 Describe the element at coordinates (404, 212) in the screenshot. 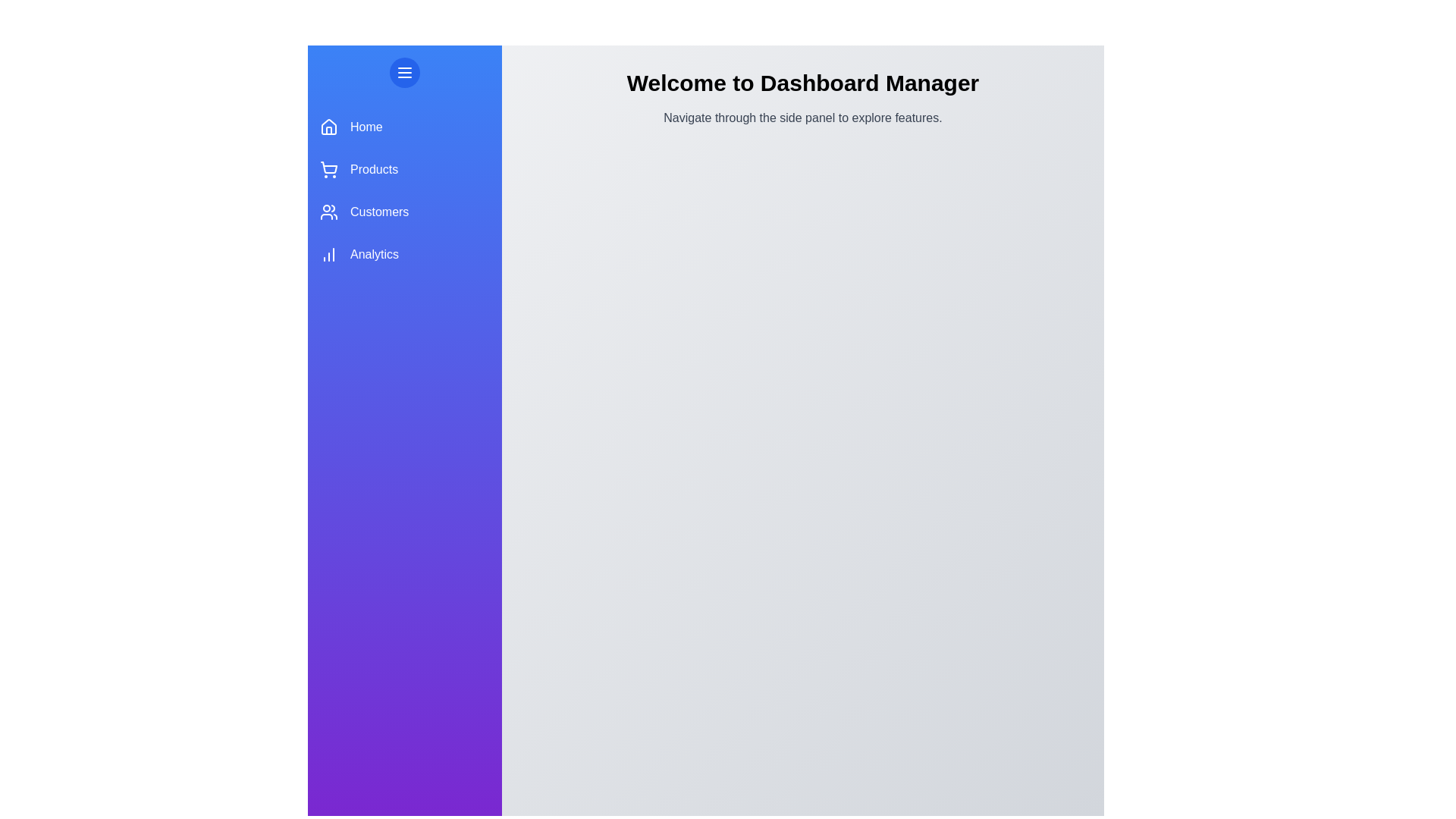

I see `the sidebar item Customers to observe its hover effect` at that location.